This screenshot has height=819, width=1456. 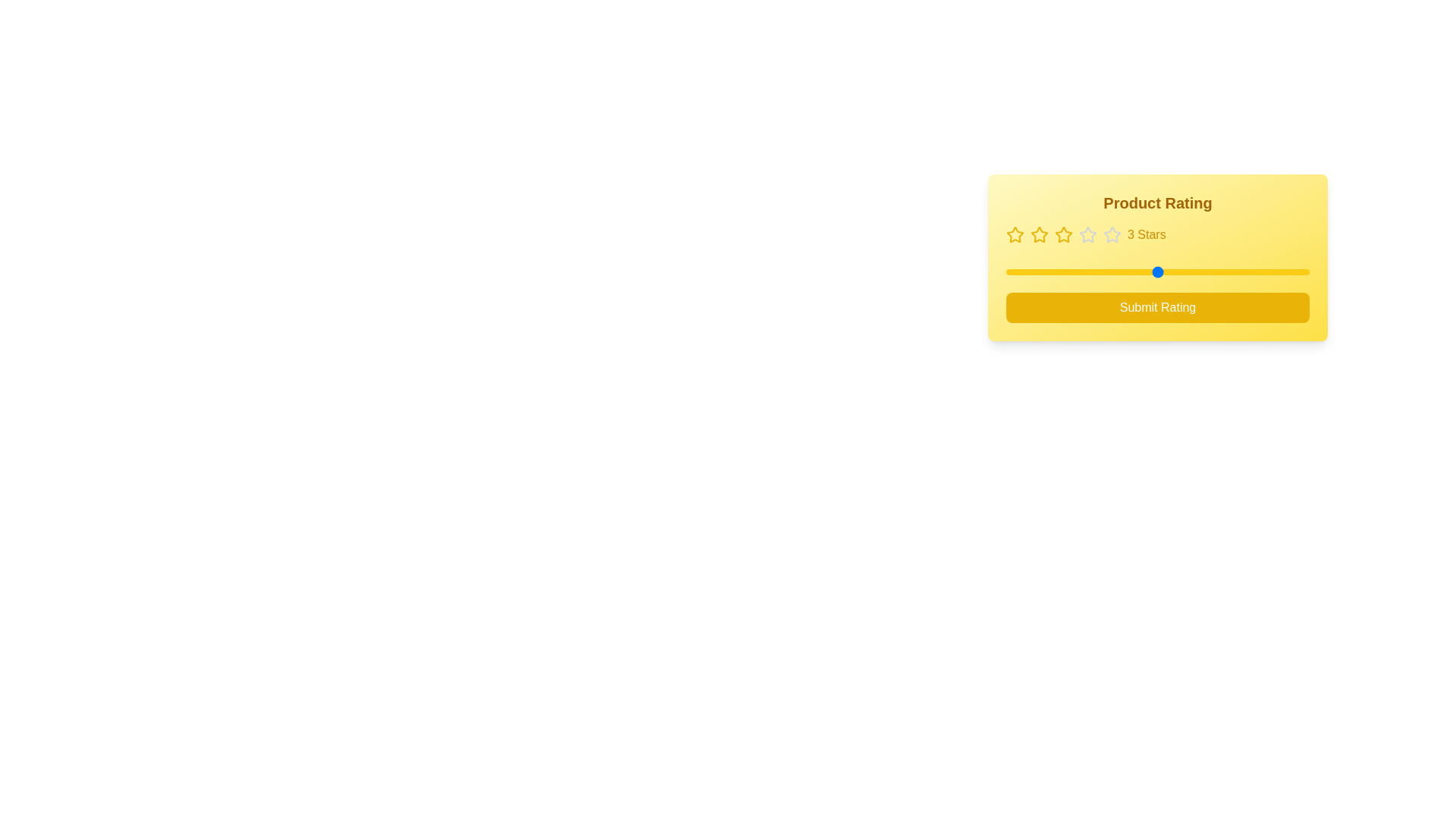 I want to click on the Static Label Text, which serves as the title for the rating section positioned above the interactive rating stars, so click(x=1156, y=202).